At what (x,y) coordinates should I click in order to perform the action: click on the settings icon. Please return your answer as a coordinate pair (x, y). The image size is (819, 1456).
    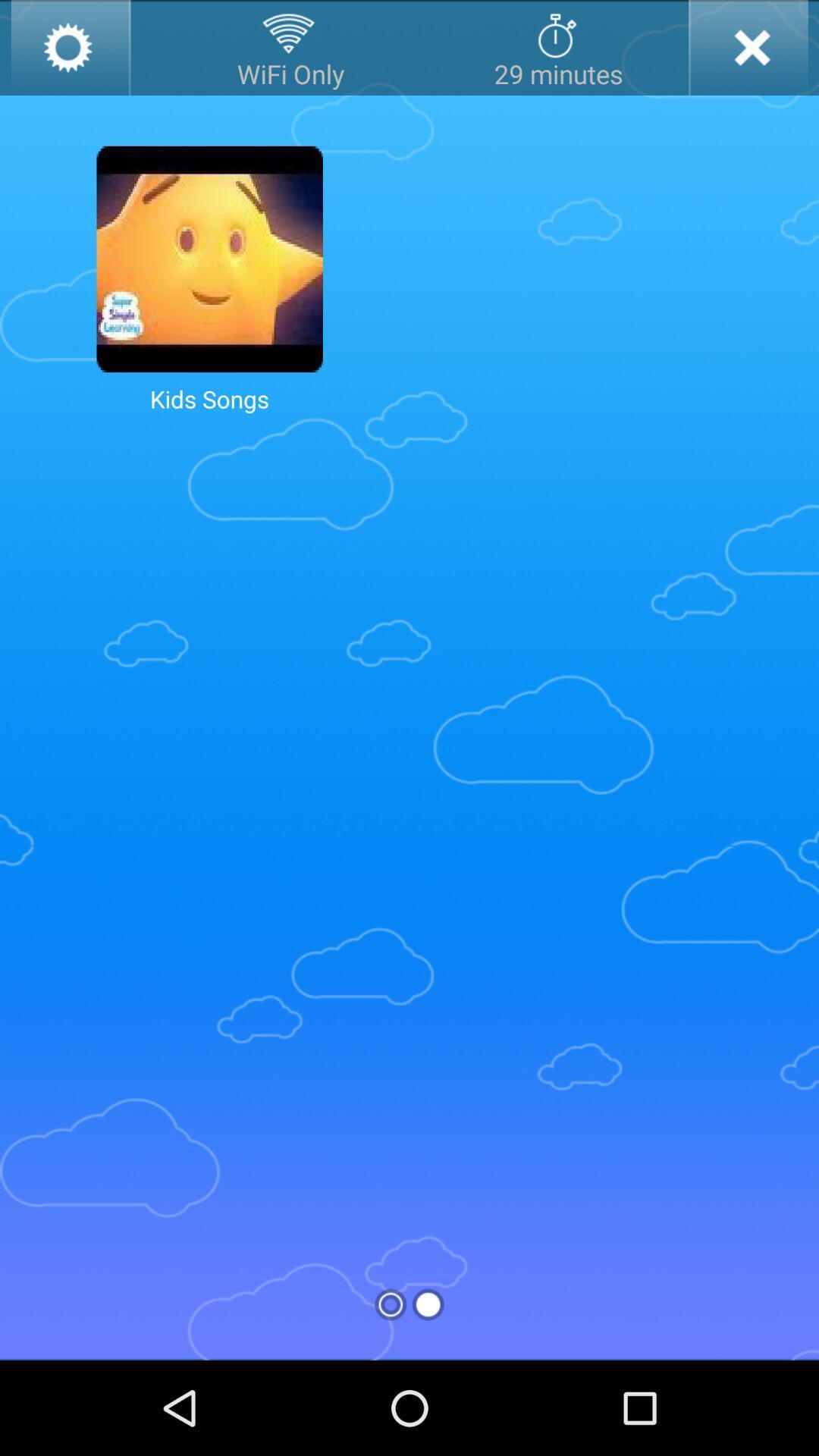
    Looking at the image, I should click on (71, 51).